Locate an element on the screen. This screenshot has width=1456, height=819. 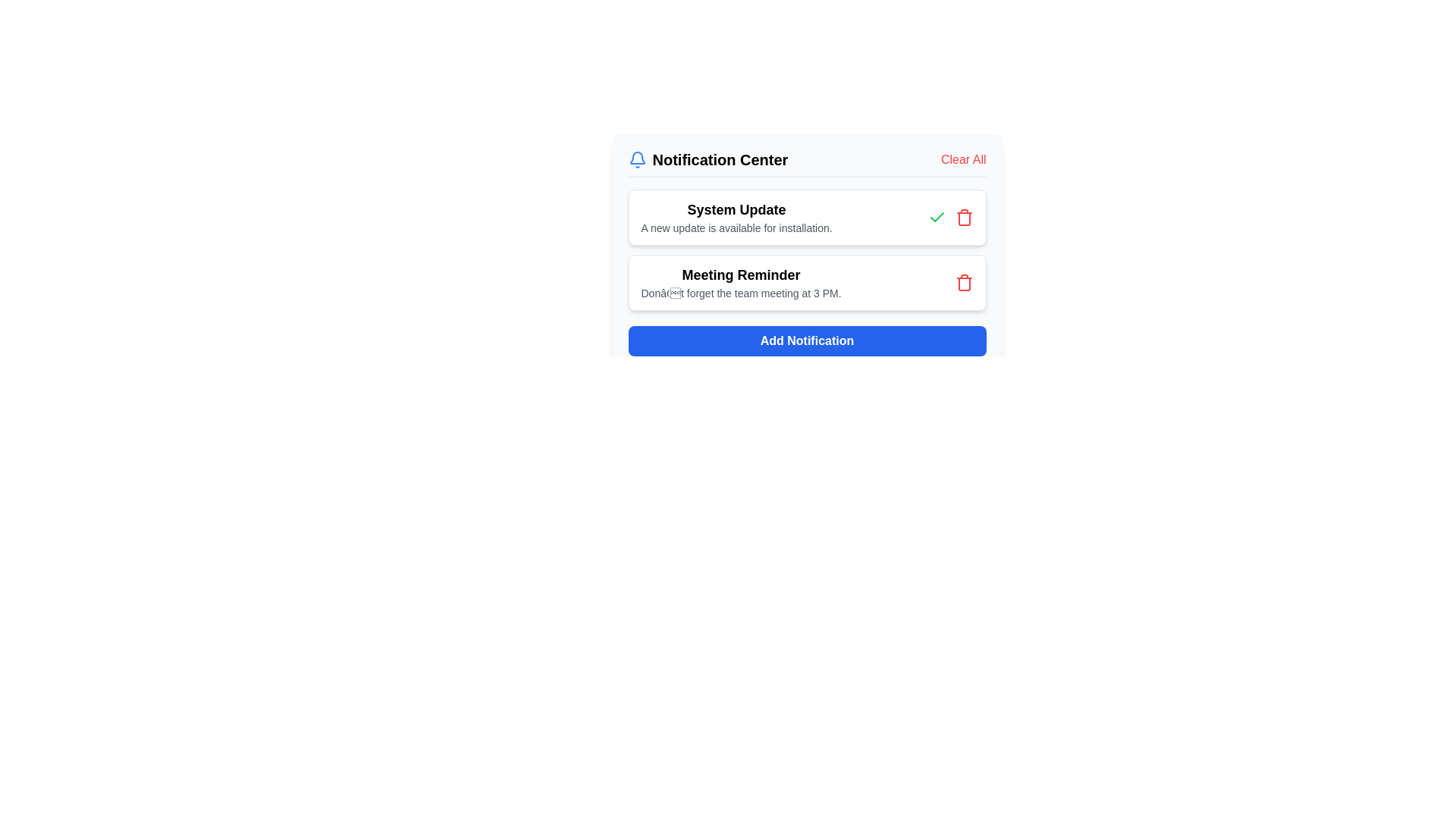
the text label that provides additional details regarding the associated notification beneath the title 'System Update' in the Notification Center panel is located at coordinates (736, 227).